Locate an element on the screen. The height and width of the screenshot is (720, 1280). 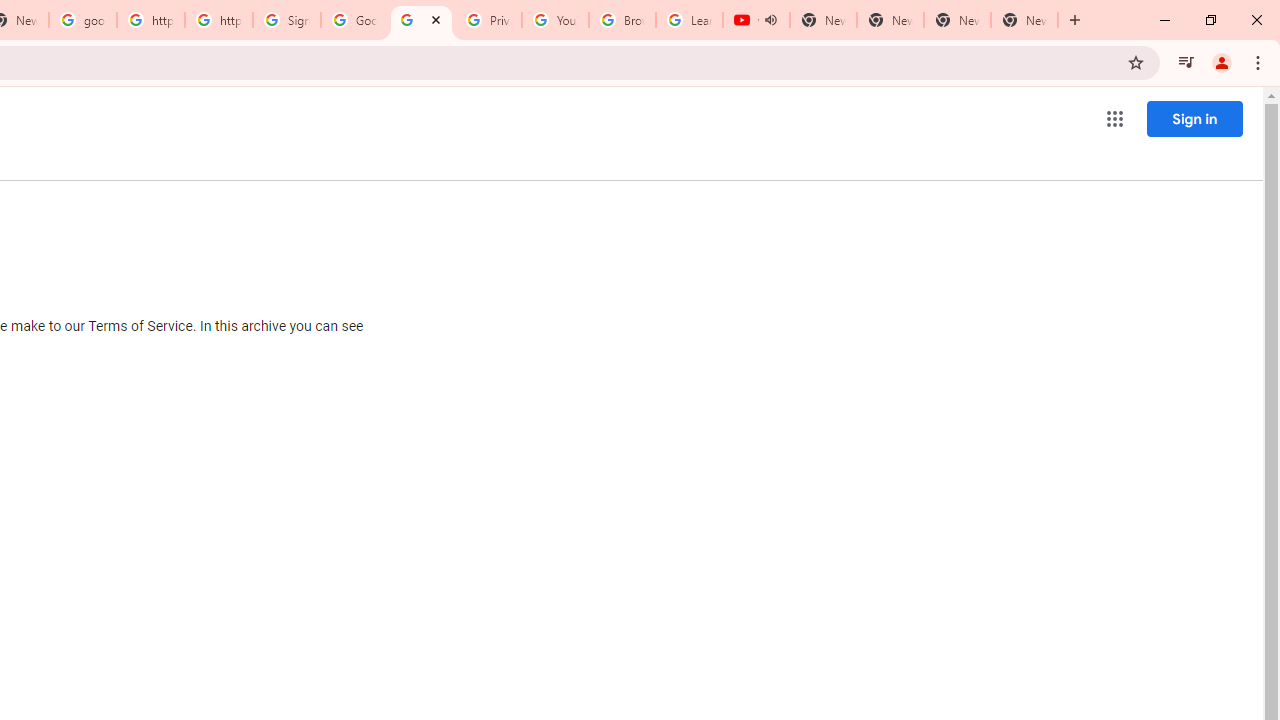
'Control your music, videos, and more' is located at coordinates (1185, 61).